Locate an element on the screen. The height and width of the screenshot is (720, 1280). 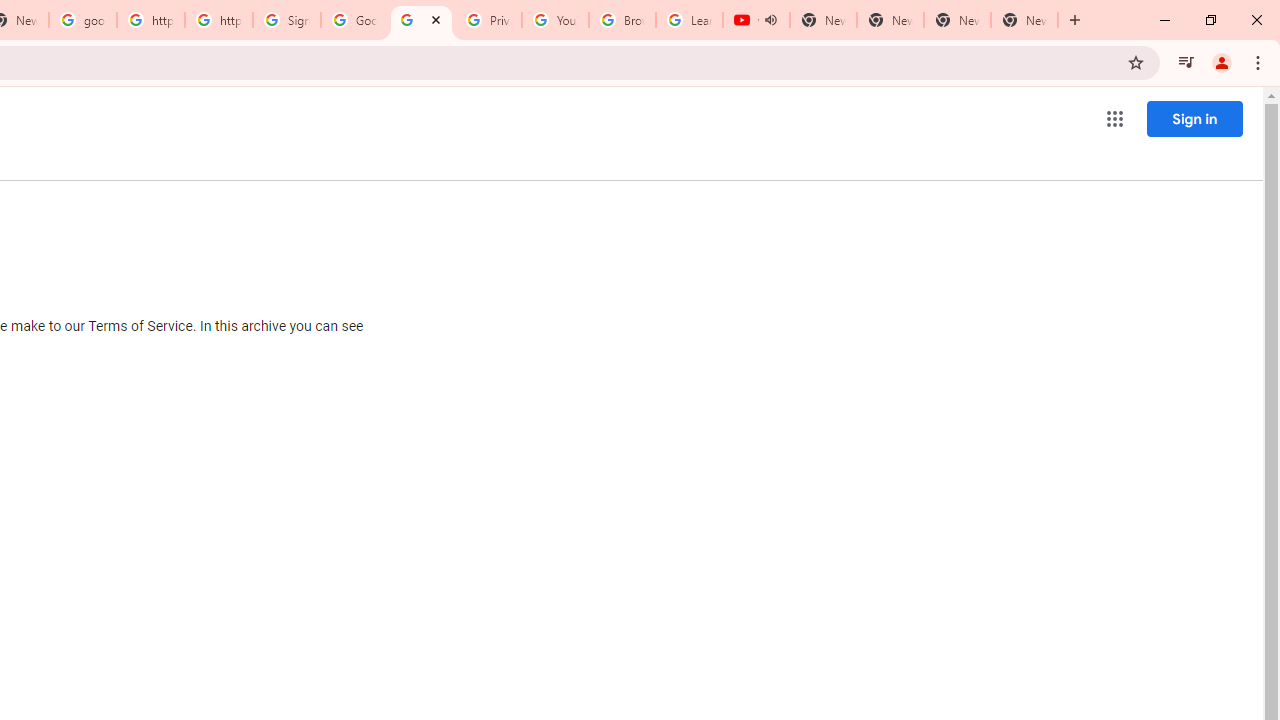
'Control your music, videos, and more' is located at coordinates (1185, 61).